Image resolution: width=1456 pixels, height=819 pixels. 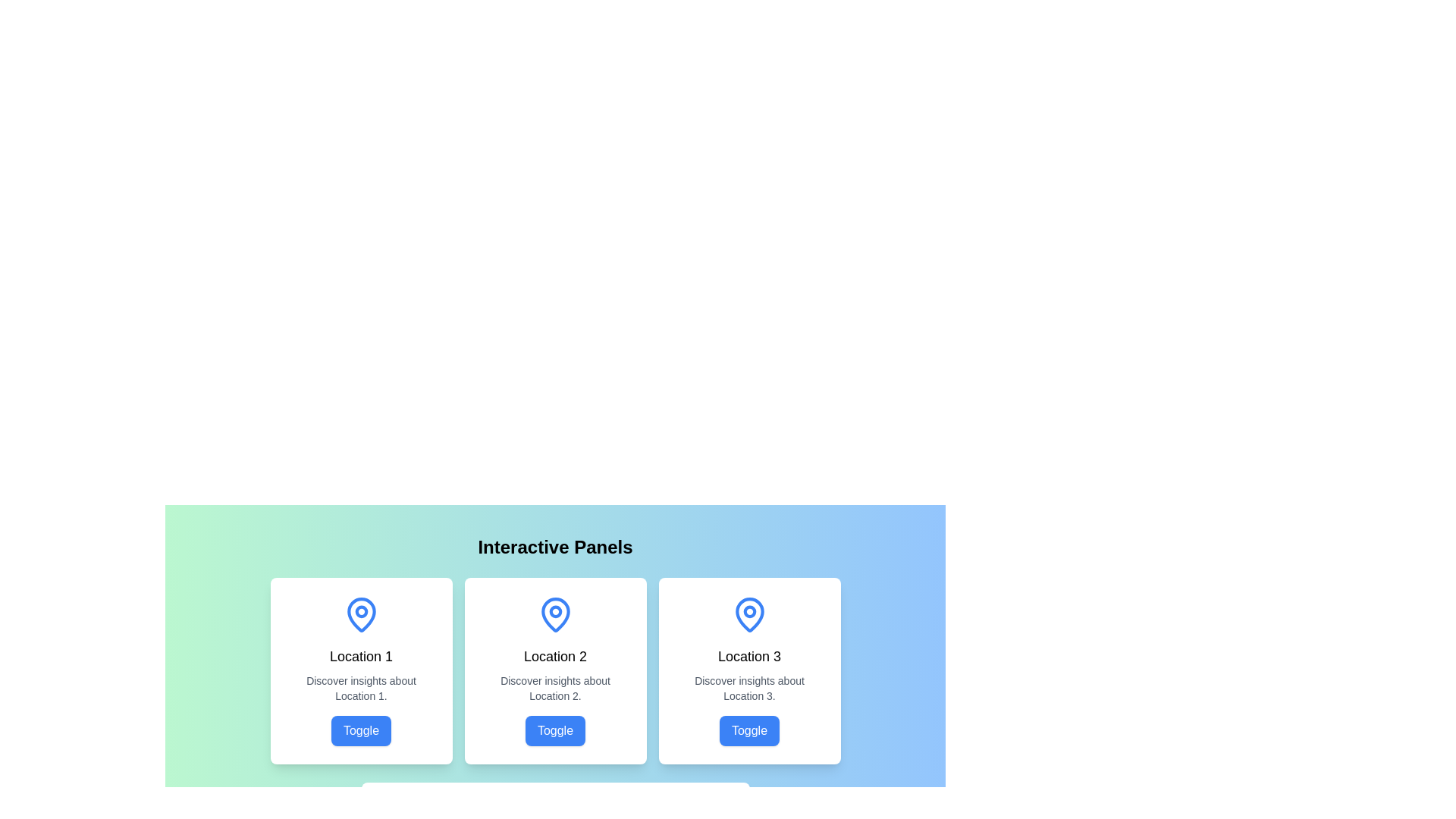 I want to click on the informational text located within the third card from the left, situated below the 'Location 3' heading and above the blue 'Toggle' button, so click(x=749, y=688).